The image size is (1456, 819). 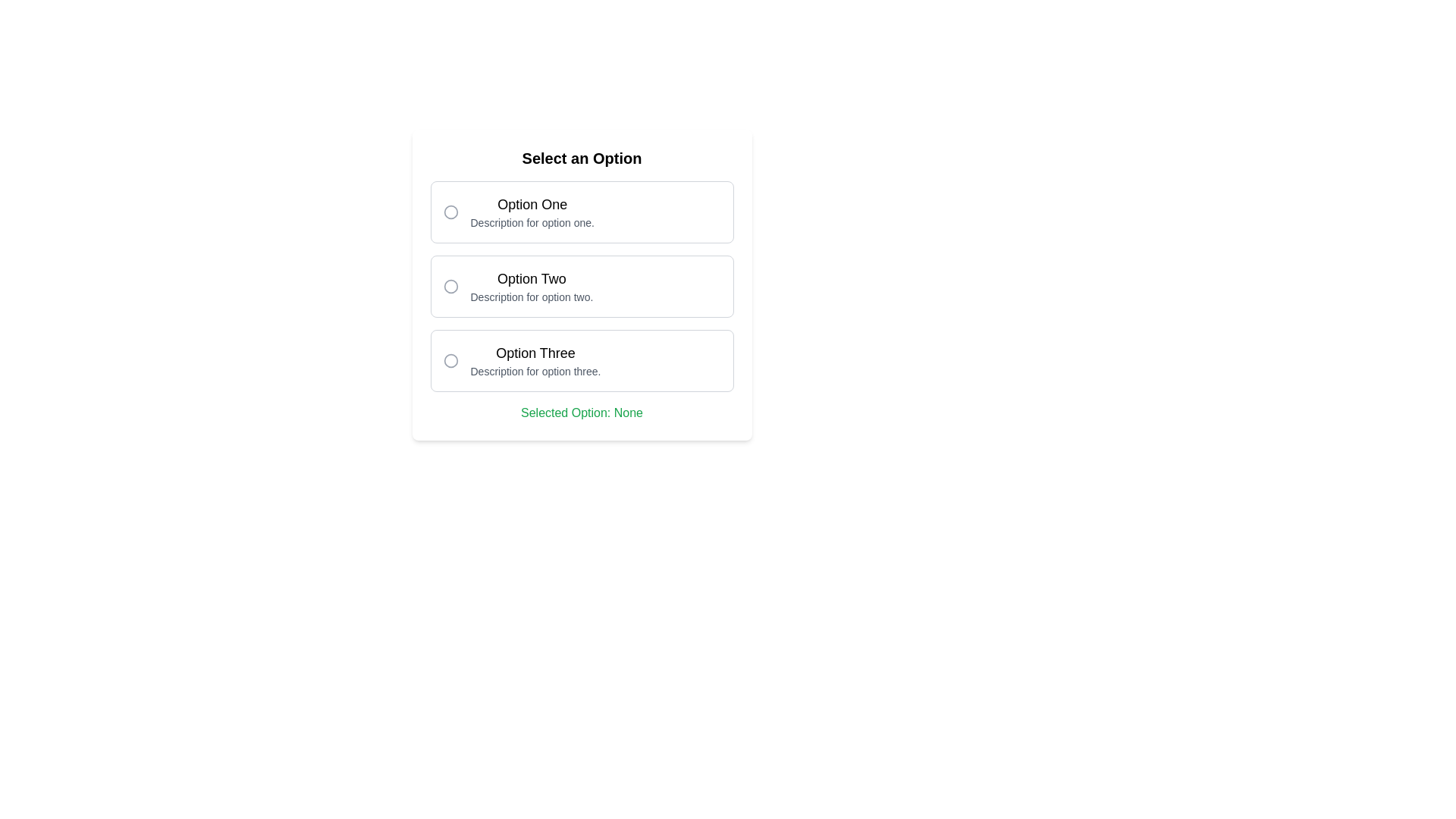 What do you see at coordinates (532, 205) in the screenshot?
I see `the text label displaying 'Option One' which is part of a selectable option block in the list` at bounding box center [532, 205].